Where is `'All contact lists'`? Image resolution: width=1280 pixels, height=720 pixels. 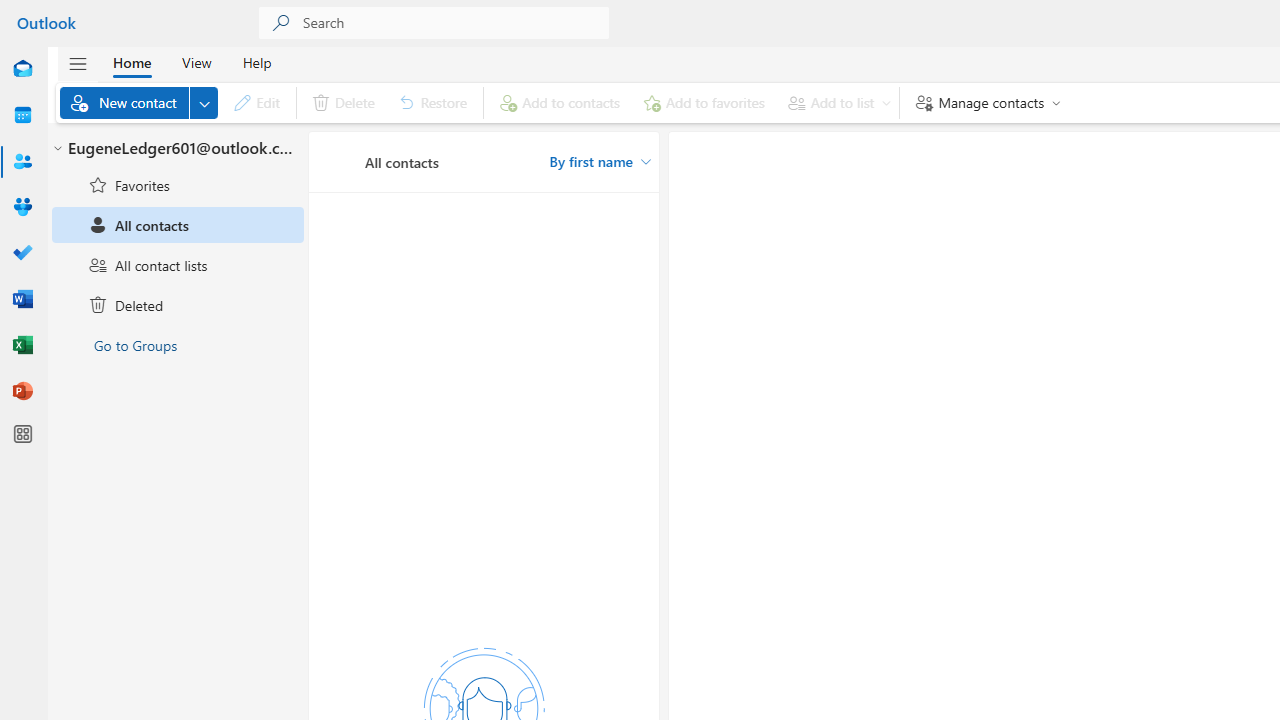
'All contact lists' is located at coordinates (178, 263).